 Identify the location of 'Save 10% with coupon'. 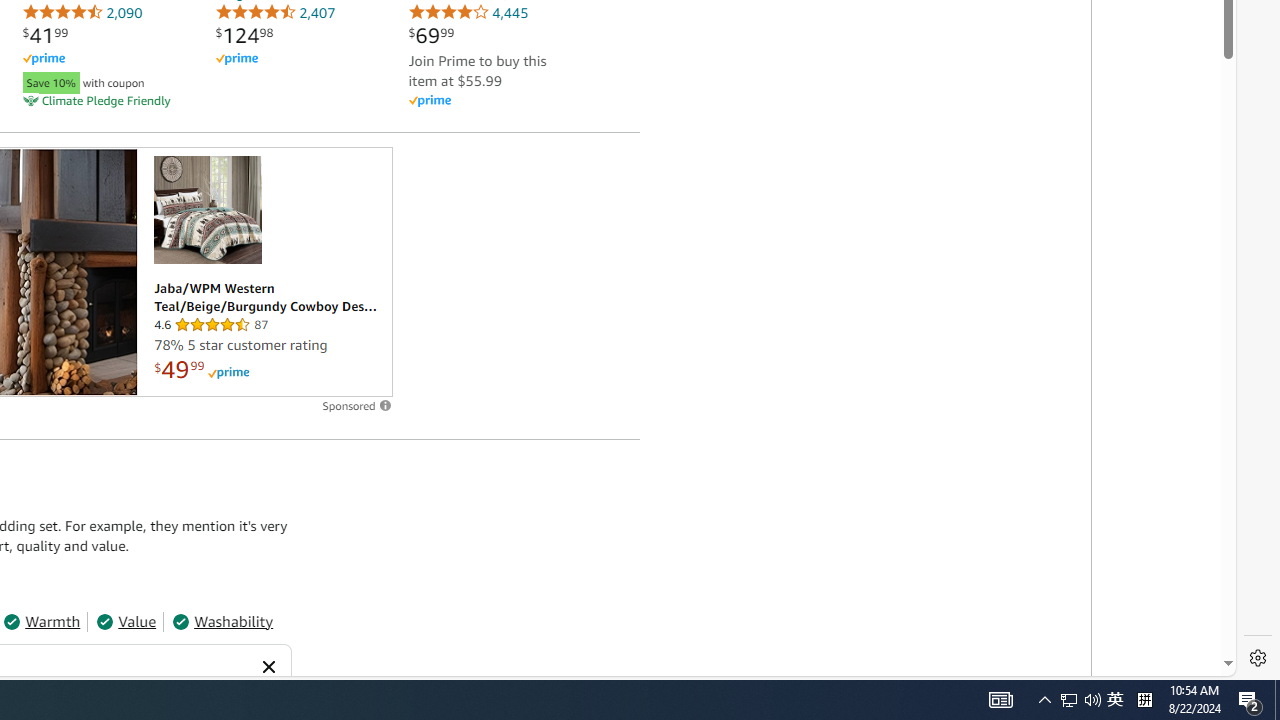
(101, 79).